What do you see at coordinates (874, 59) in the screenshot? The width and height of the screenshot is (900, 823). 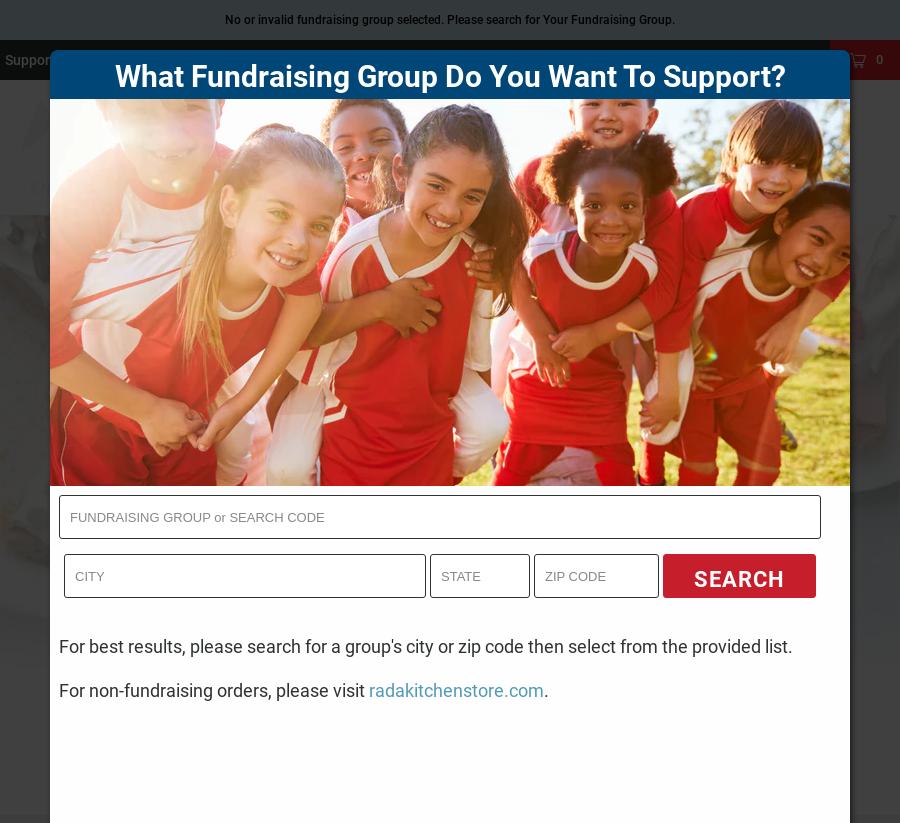 I see `'0'` at bounding box center [874, 59].